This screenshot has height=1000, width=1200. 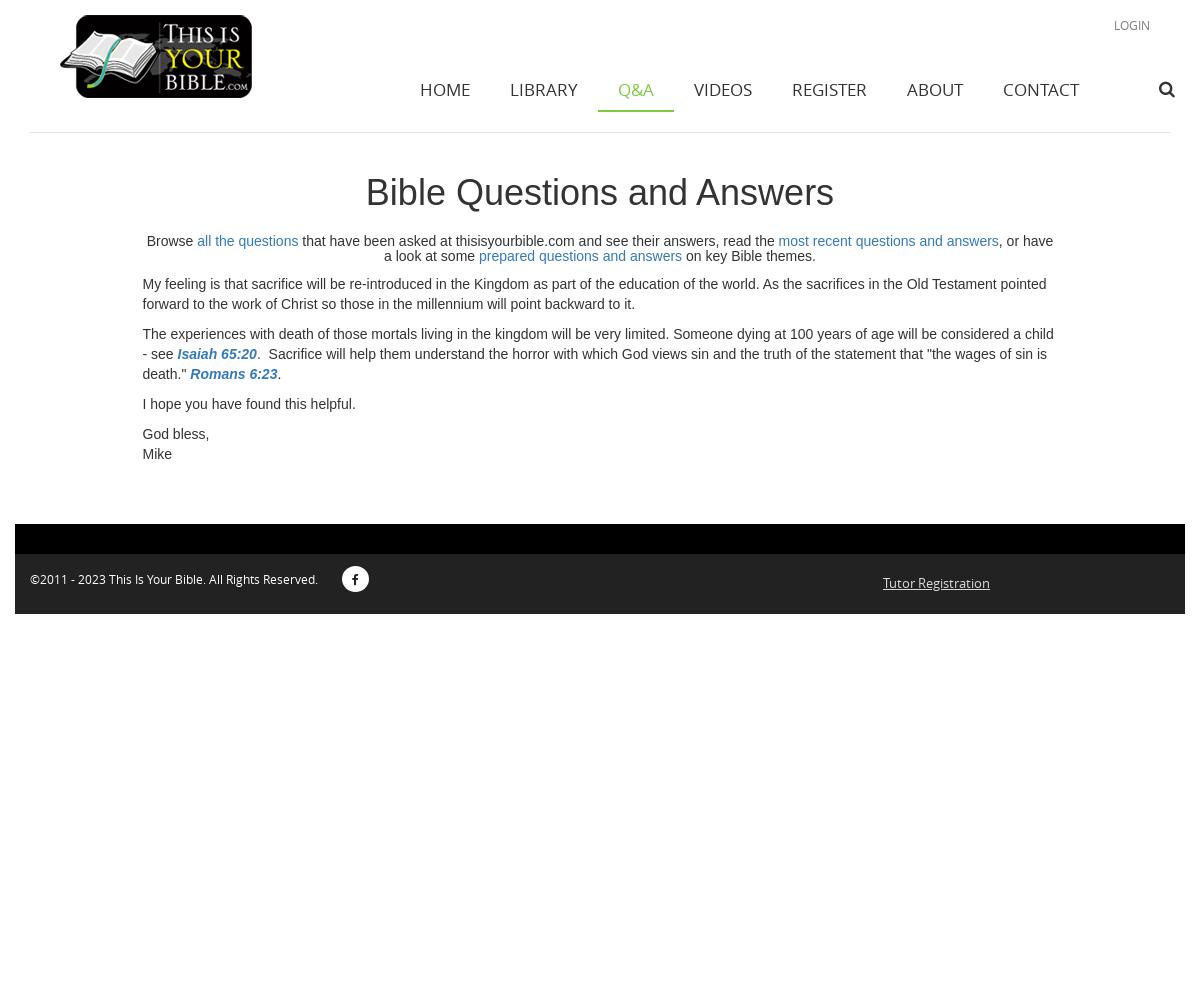 I want to click on 'HOME', so click(x=444, y=88).